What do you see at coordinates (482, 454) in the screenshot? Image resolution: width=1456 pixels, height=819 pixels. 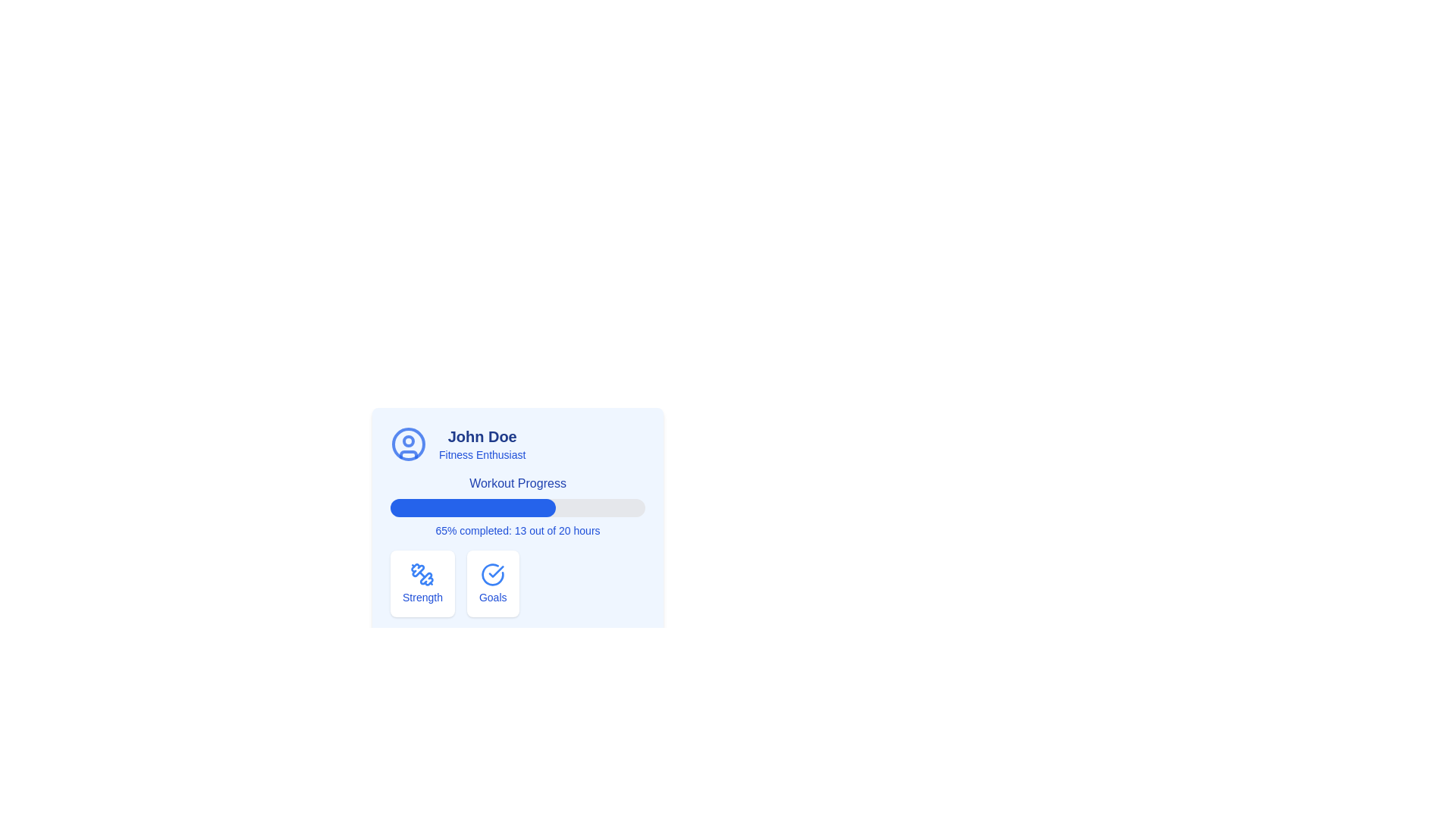 I see `descriptive text label providing additional information about the user 'John Doe', positioned below the main label in the card-like interface` at bounding box center [482, 454].